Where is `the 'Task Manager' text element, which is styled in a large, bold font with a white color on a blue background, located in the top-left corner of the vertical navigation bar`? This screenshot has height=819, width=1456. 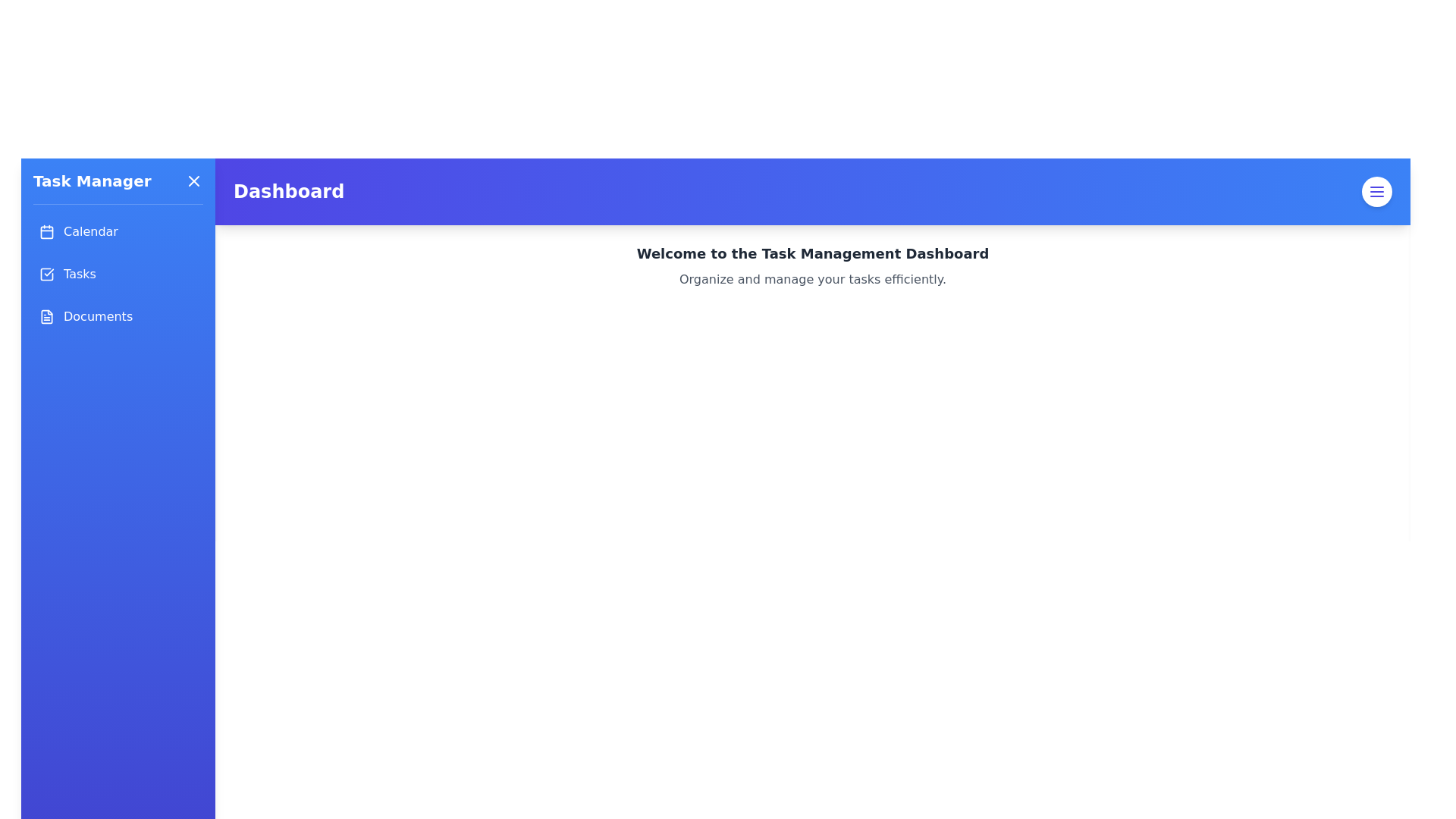 the 'Task Manager' text element, which is styled in a large, bold font with a white color on a blue background, located in the top-left corner of the vertical navigation bar is located at coordinates (91, 180).